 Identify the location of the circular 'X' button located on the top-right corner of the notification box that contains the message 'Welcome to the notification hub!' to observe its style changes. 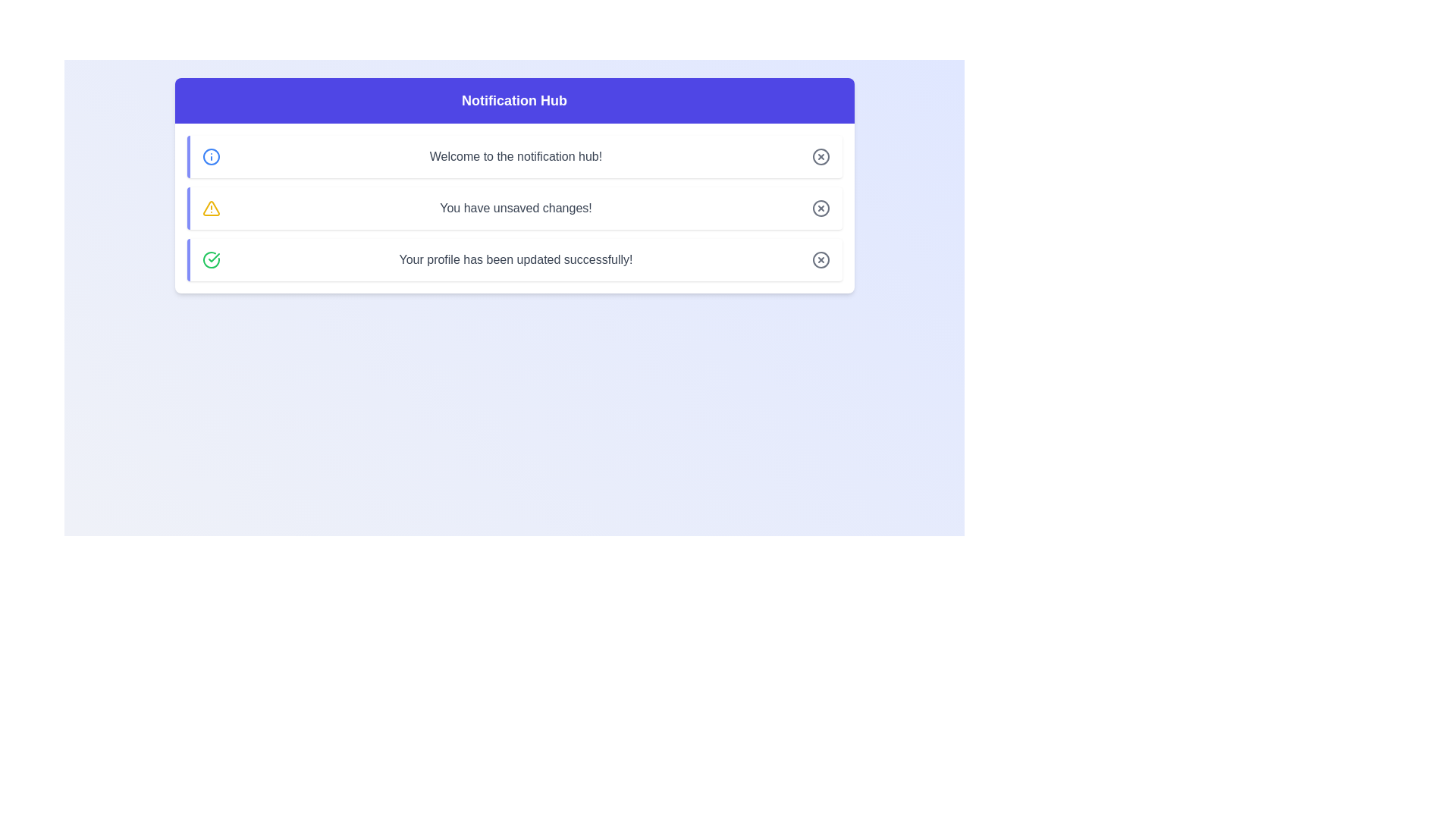
(820, 157).